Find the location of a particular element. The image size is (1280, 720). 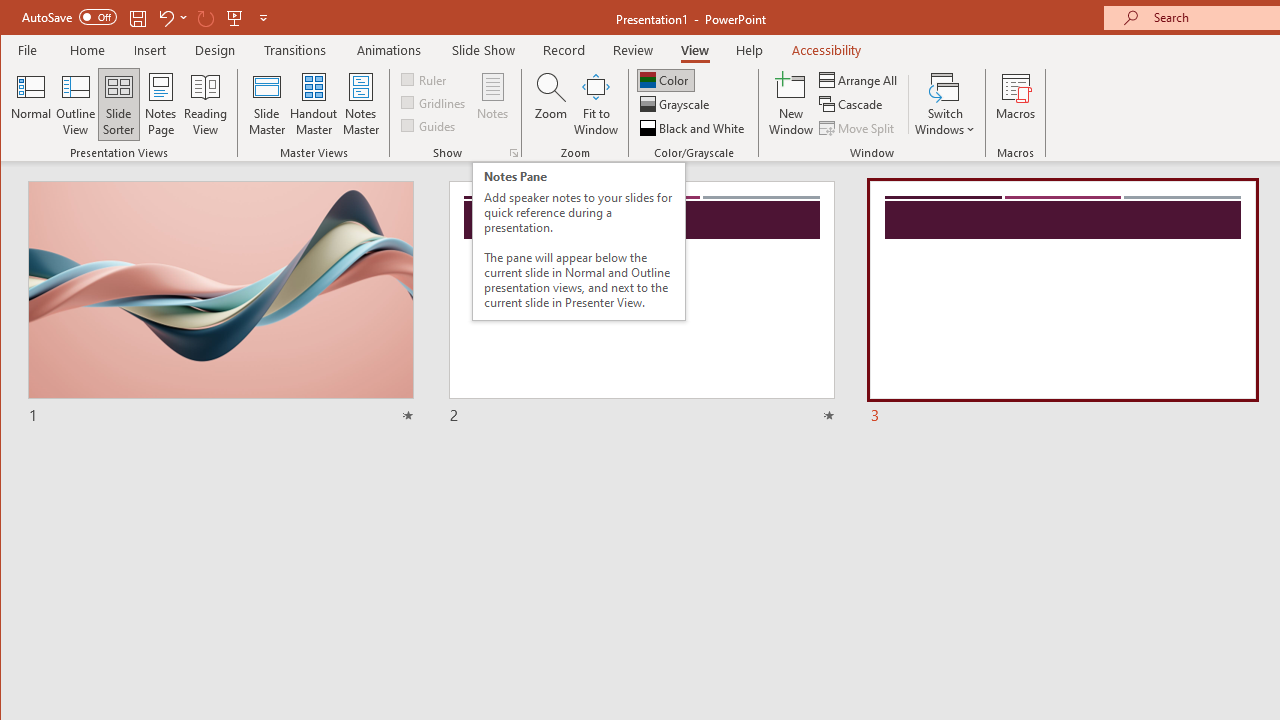

'Outline View' is located at coordinates (76, 104).